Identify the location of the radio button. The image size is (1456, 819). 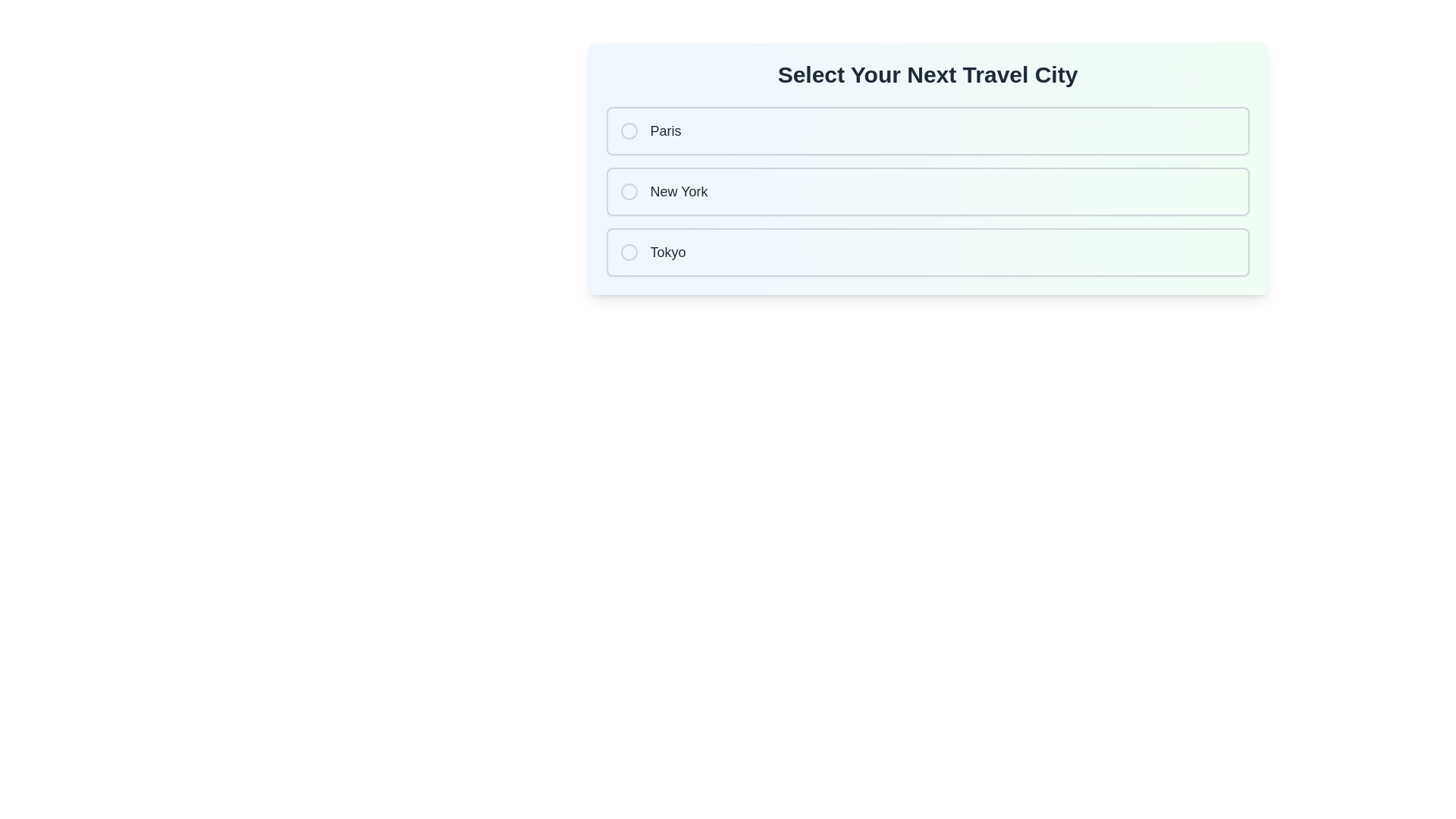
(629, 191).